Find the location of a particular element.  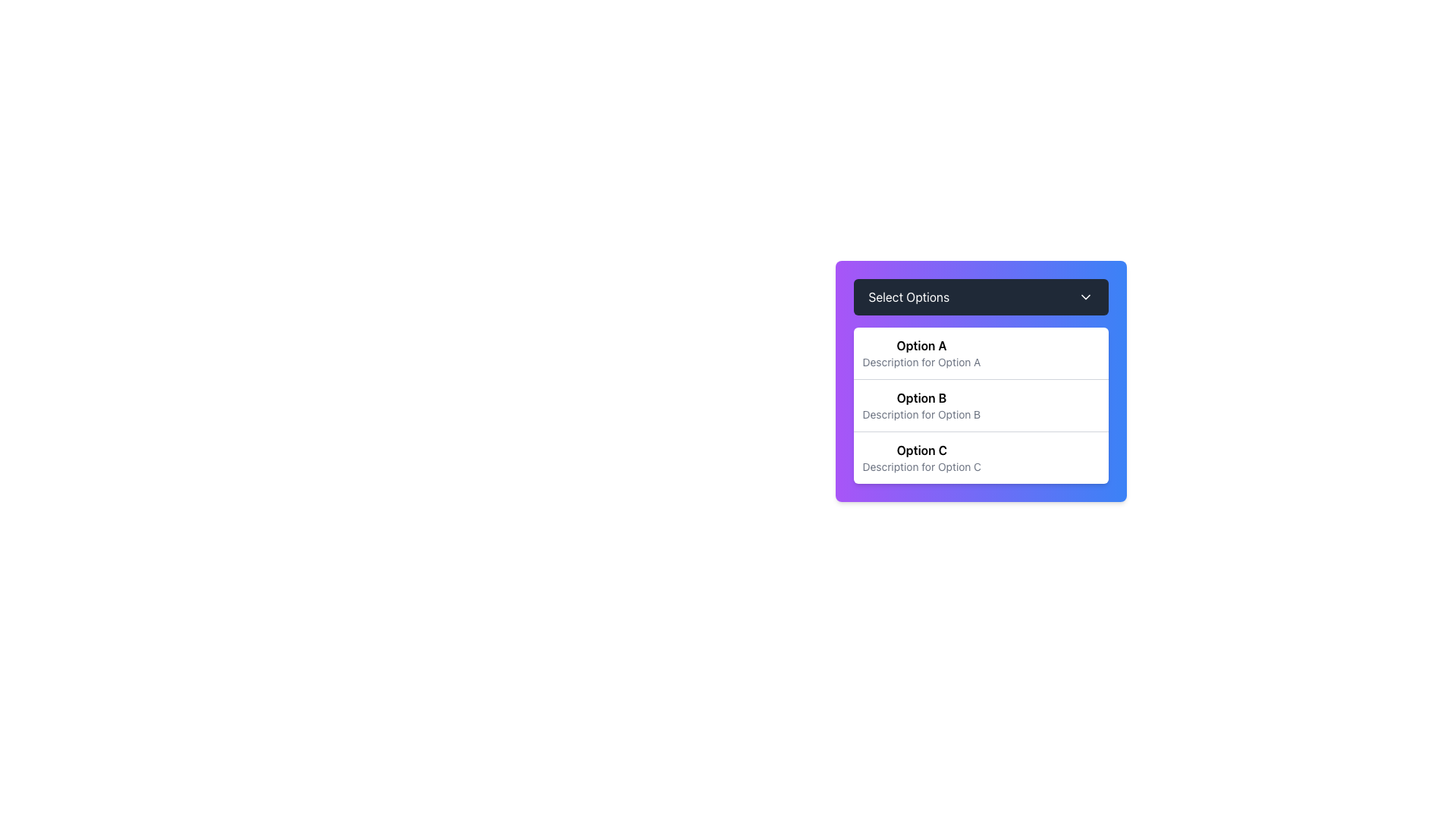

the text element reading 'Description for Option A', which is styled in lighter gray and located beneath 'Option A' in the 'Select Options' dropdown menu is located at coordinates (921, 362).